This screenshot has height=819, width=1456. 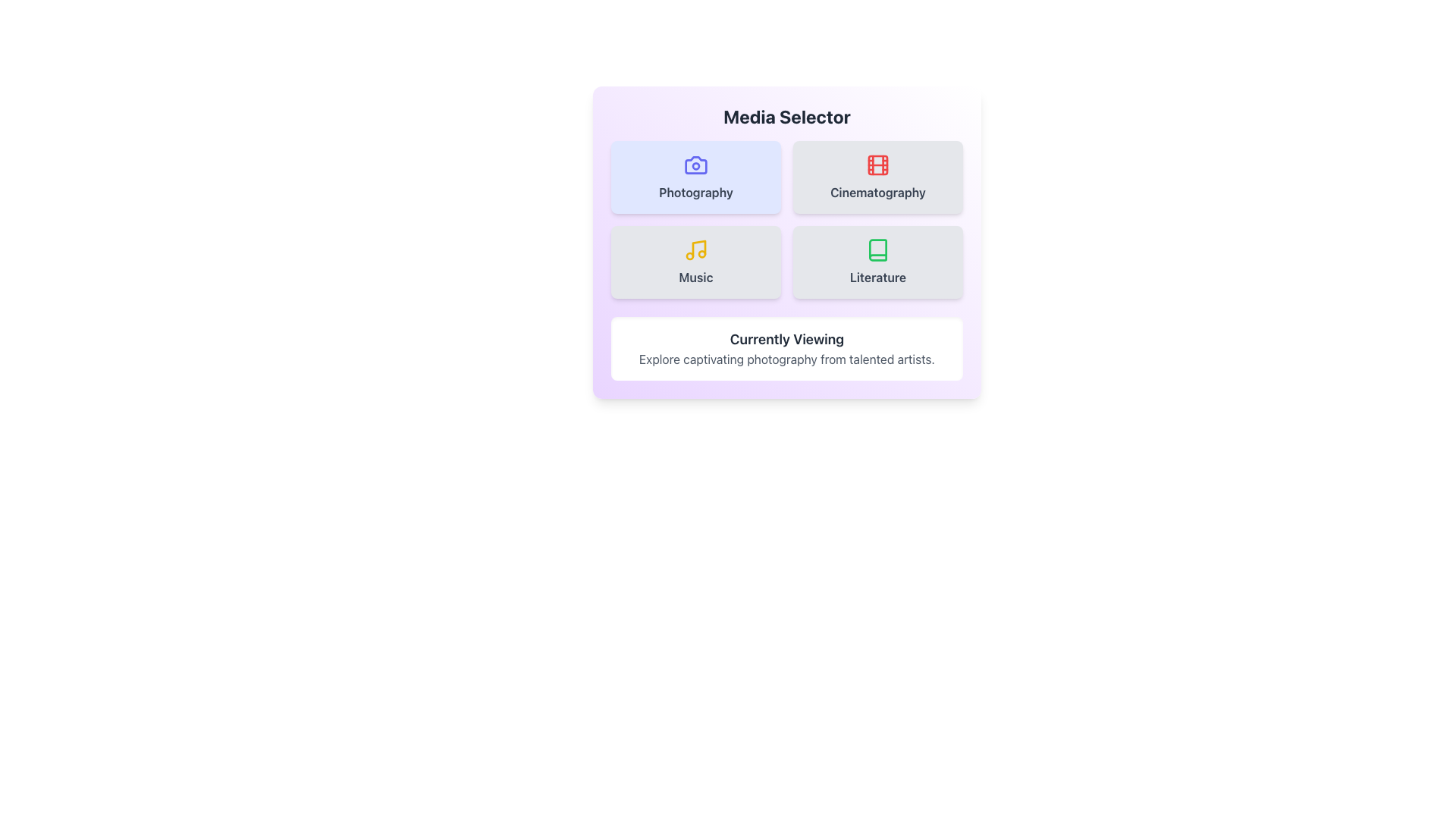 What do you see at coordinates (695, 262) in the screenshot?
I see `the button in the lower-left corner of the grid layout` at bounding box center [695, 262].